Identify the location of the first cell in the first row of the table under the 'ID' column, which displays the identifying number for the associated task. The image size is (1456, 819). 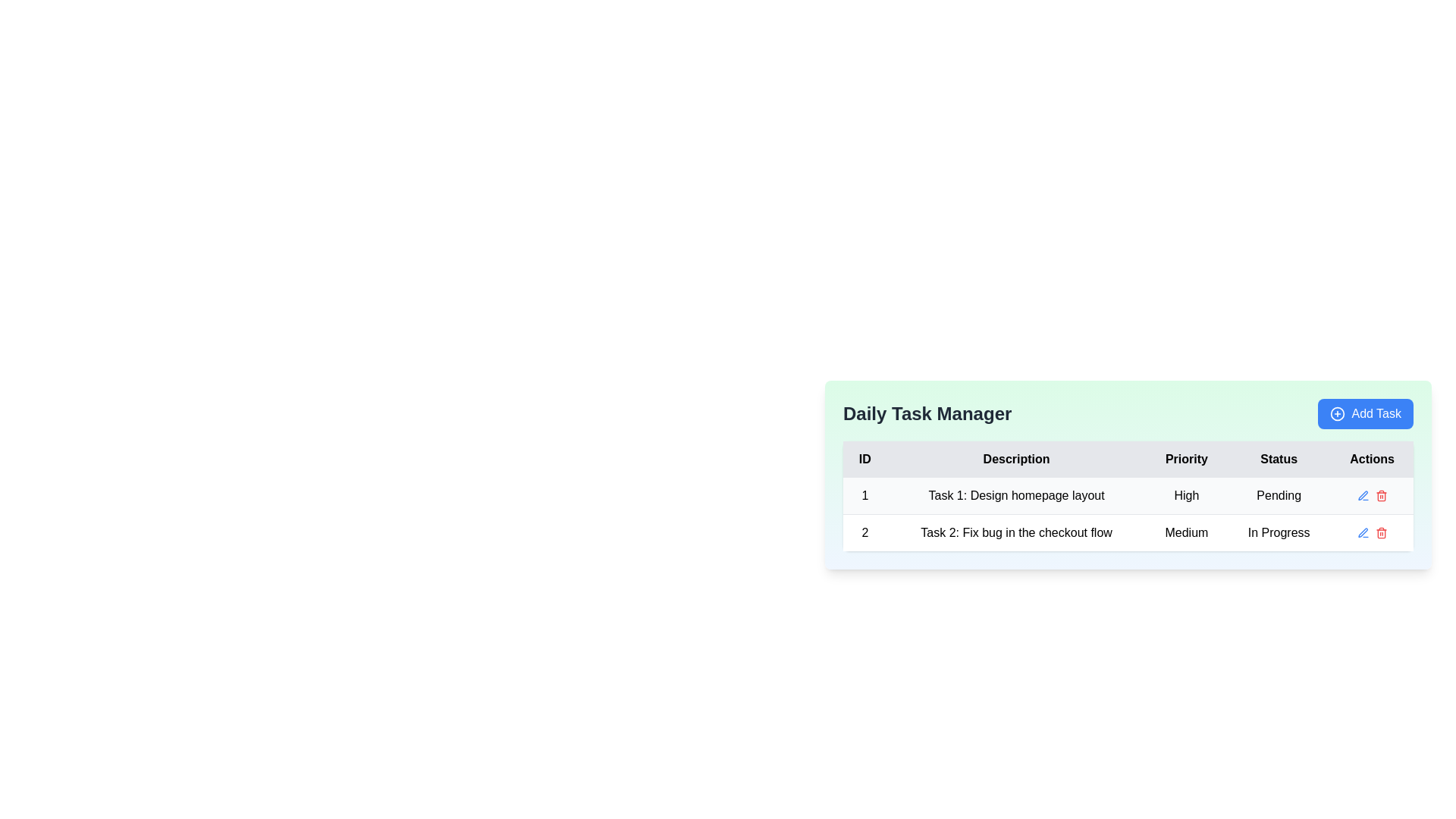
(864, 496).